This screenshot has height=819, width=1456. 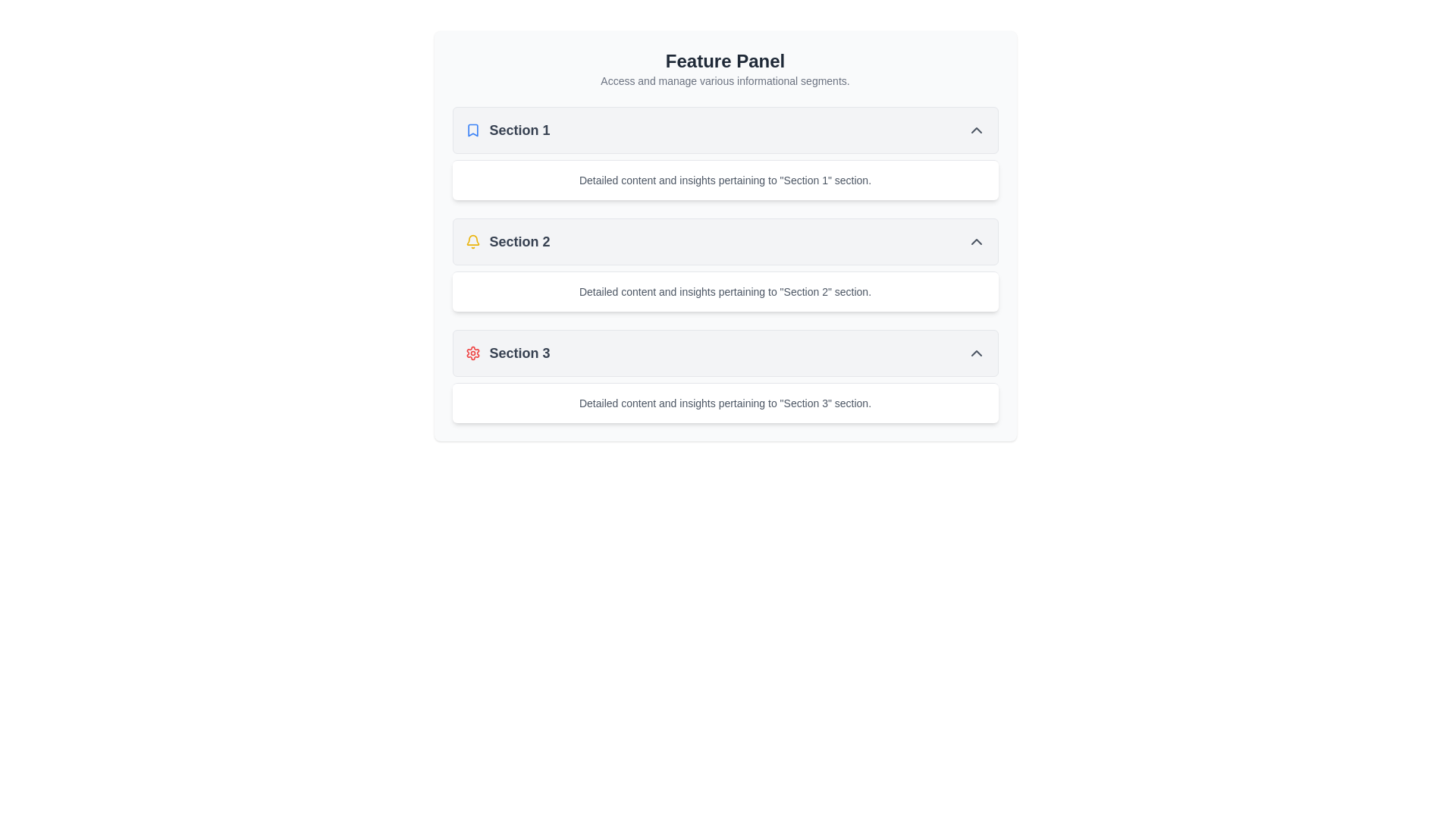 What do you see at coordinates (507, 241) in the screenshot?
I see `the text label with an icon that serves as the header for the 'Section 2' area` at bounding box center [507, 241].